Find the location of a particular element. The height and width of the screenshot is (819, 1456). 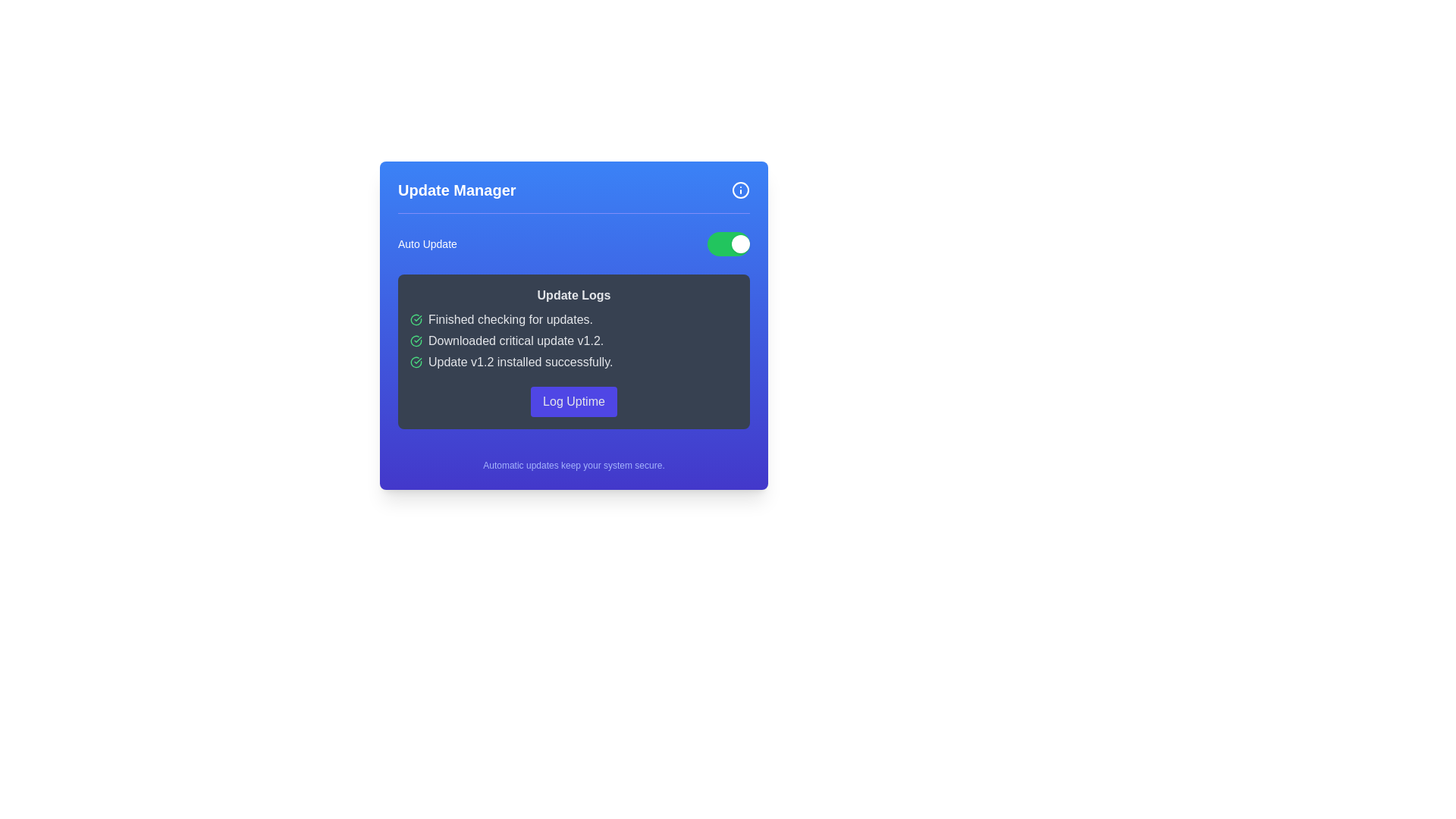

text label displaying 'Update Manager' which is prominently styled with a bright blue background, located at the top left of the Update Manager interface is located at coordinates (456, 189).